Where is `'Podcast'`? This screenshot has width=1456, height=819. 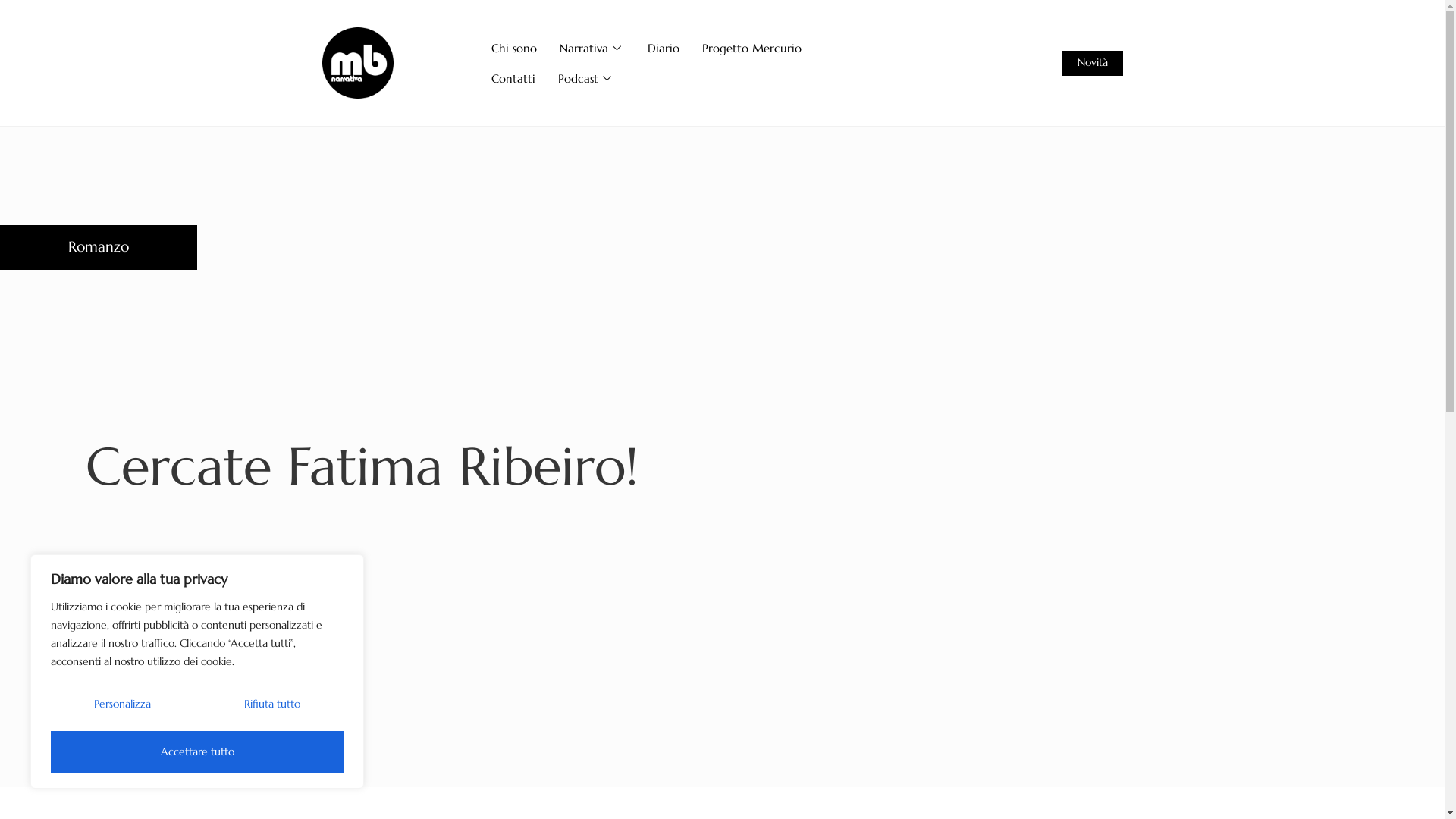 'Podcast' is located at coordinates (546, 78).